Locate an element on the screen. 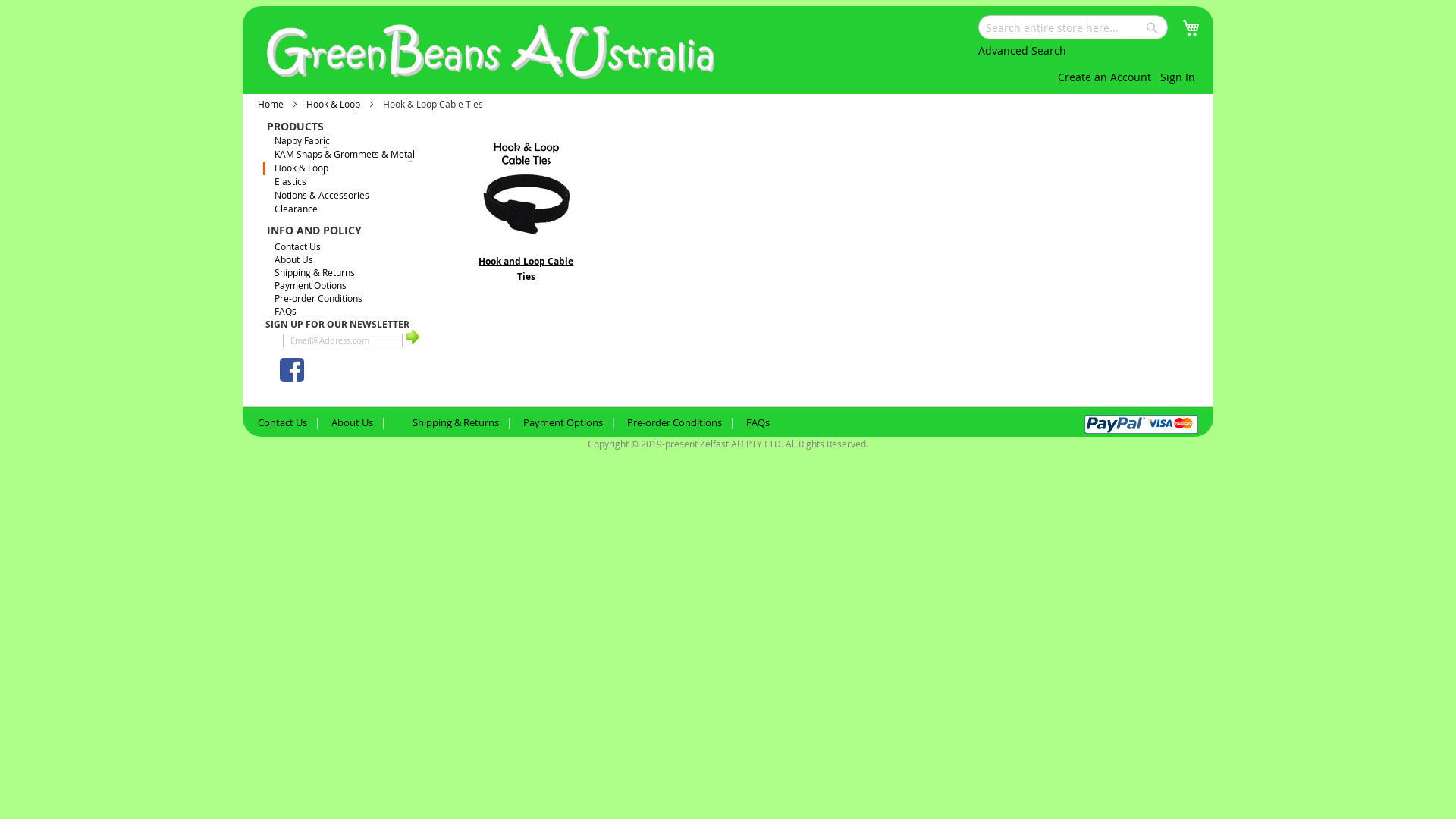 The height and width of the screenshot is (819, 1456). 'Notions & Accessories' is located at coordinates (316, 198).